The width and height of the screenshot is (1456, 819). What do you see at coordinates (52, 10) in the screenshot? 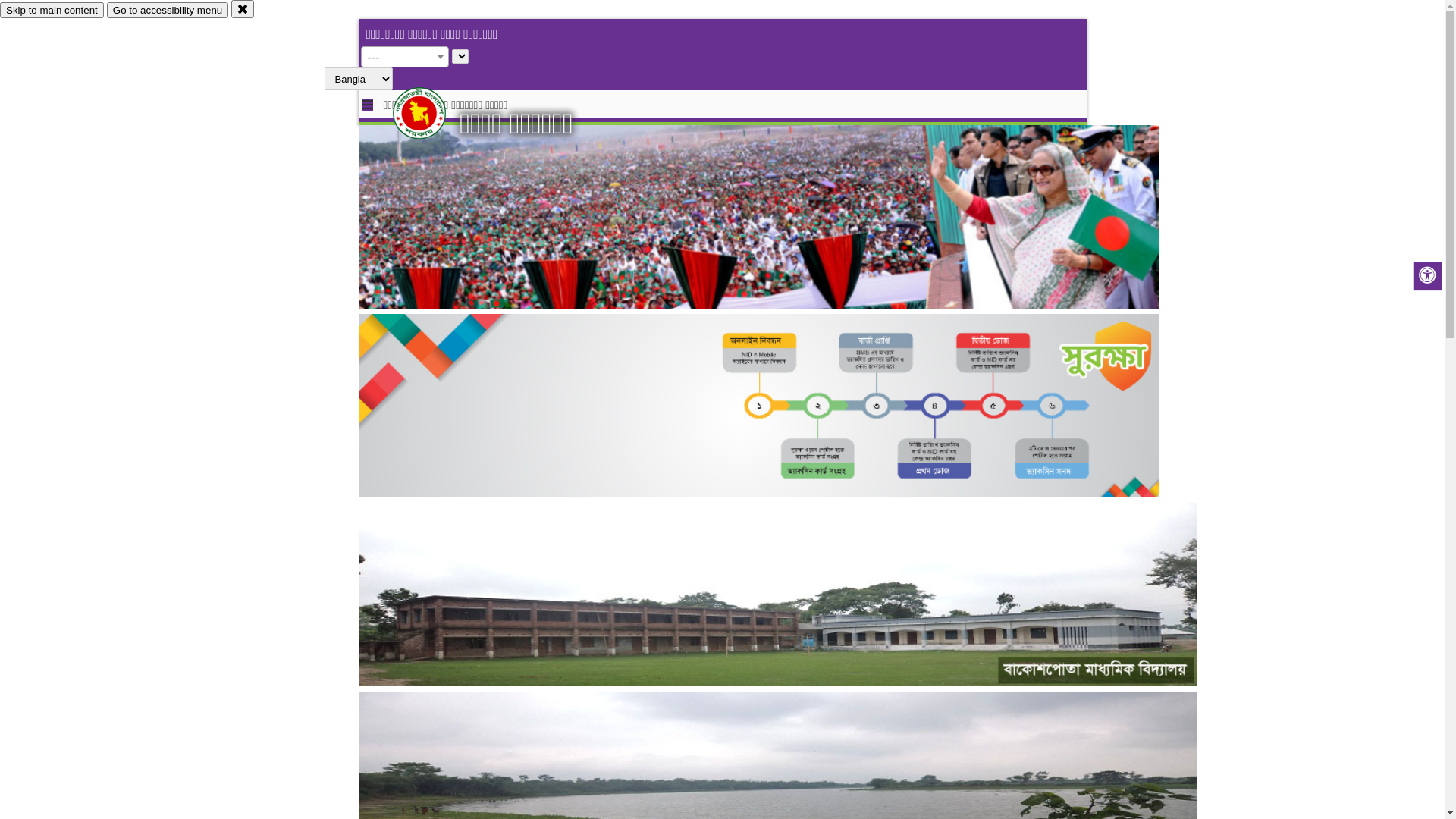
I see `'Skip to main content'` at bounding box center [52, 10].